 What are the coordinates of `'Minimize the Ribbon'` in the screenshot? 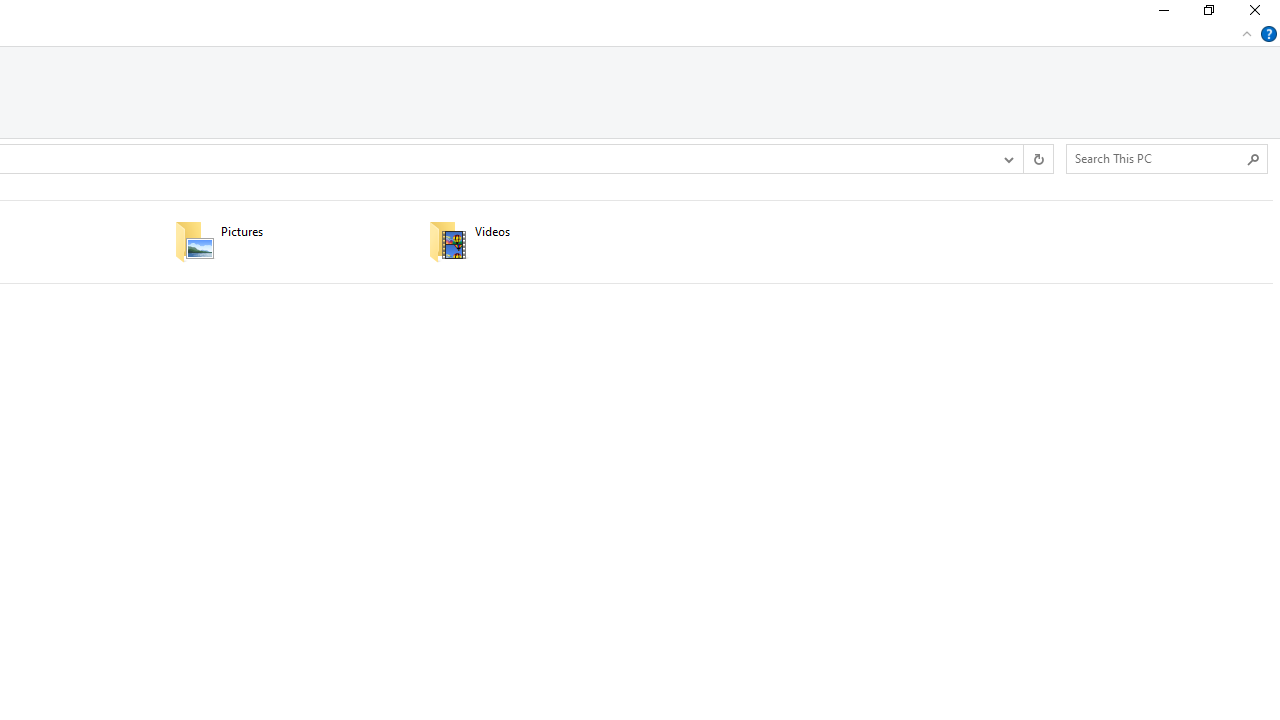 It's located at (1246, 33).